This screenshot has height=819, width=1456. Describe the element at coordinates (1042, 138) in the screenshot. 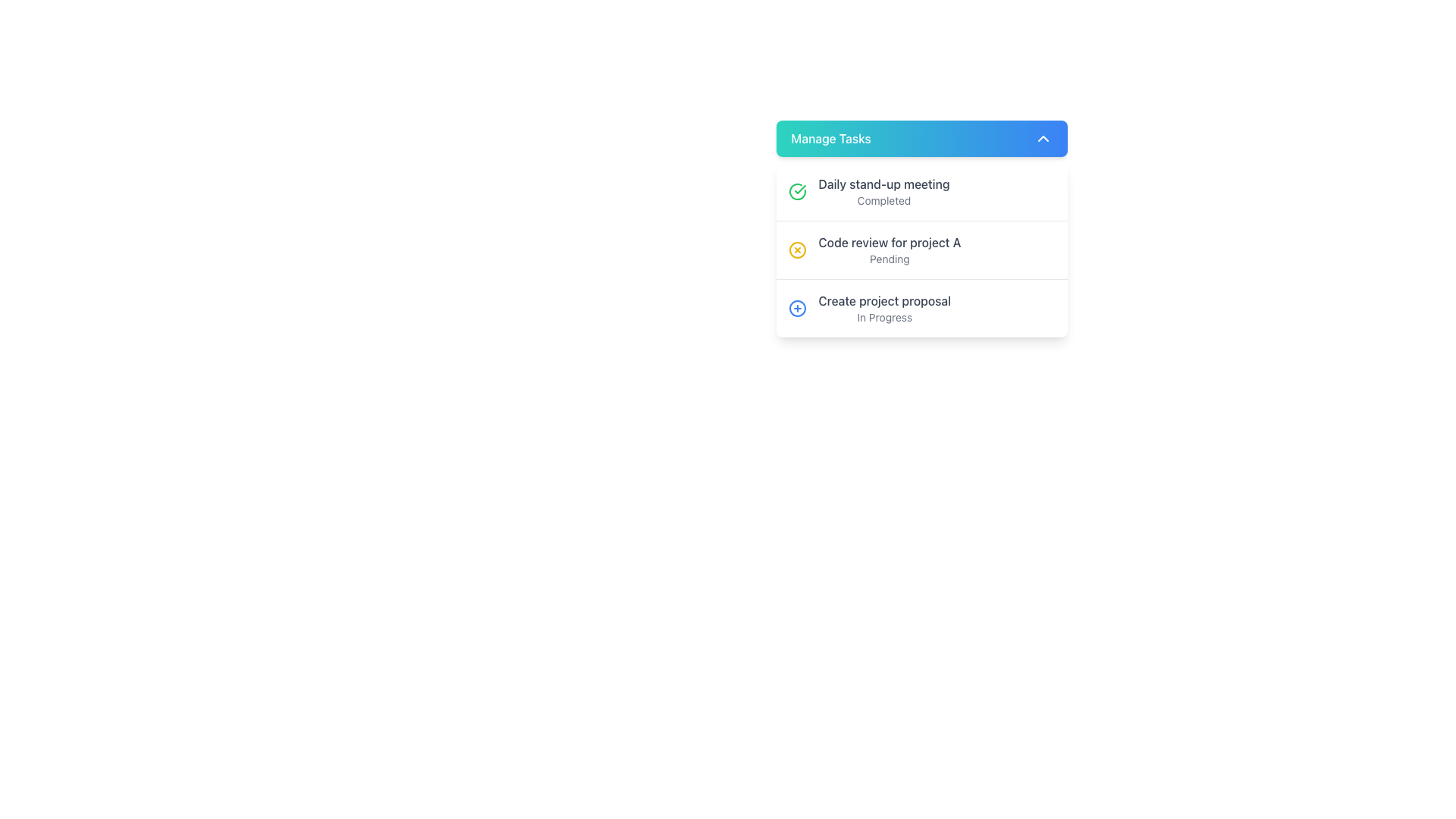

I see `the toggle icon in the 'Manage Tasks' section header to change the visibility of additional content` at that location.